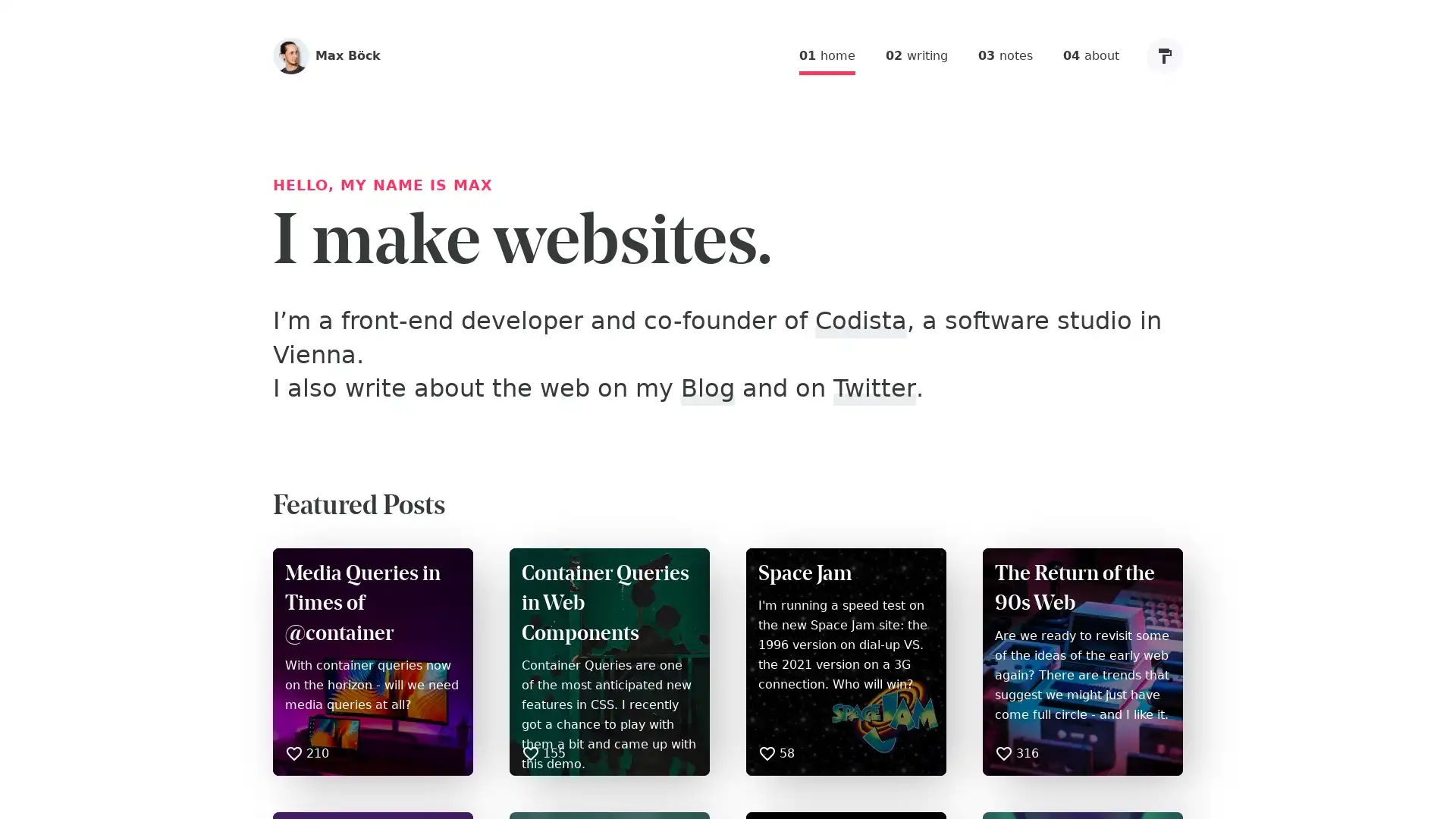 The width and height of the screenshot is (1456, 819). Describe the element at coordinates (1164, 55) in the screenshot. I see `toggle theme panel` at that location.